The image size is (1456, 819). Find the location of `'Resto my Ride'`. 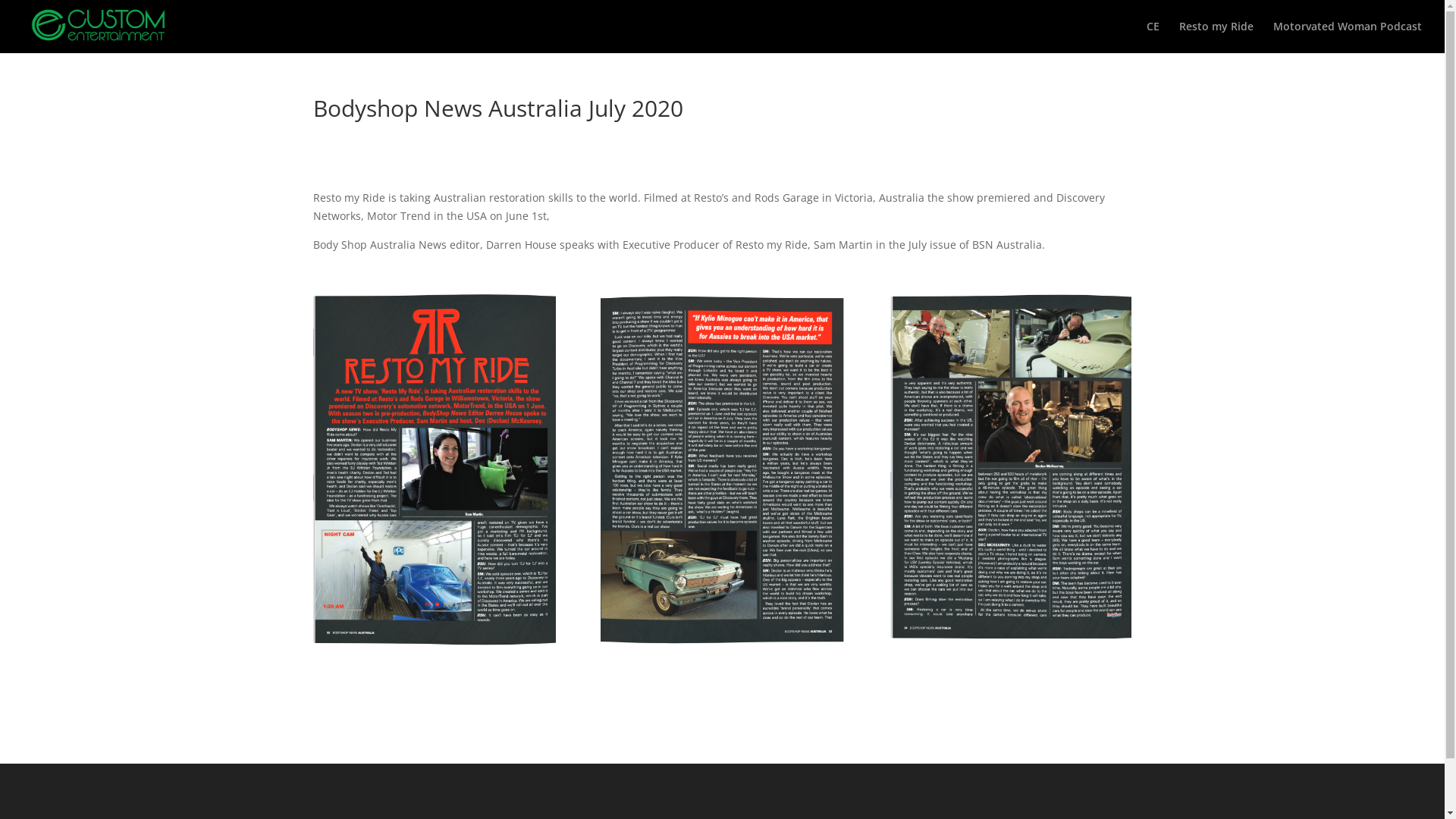

'Resto my Ride' is located at coordinates (1216, 36).